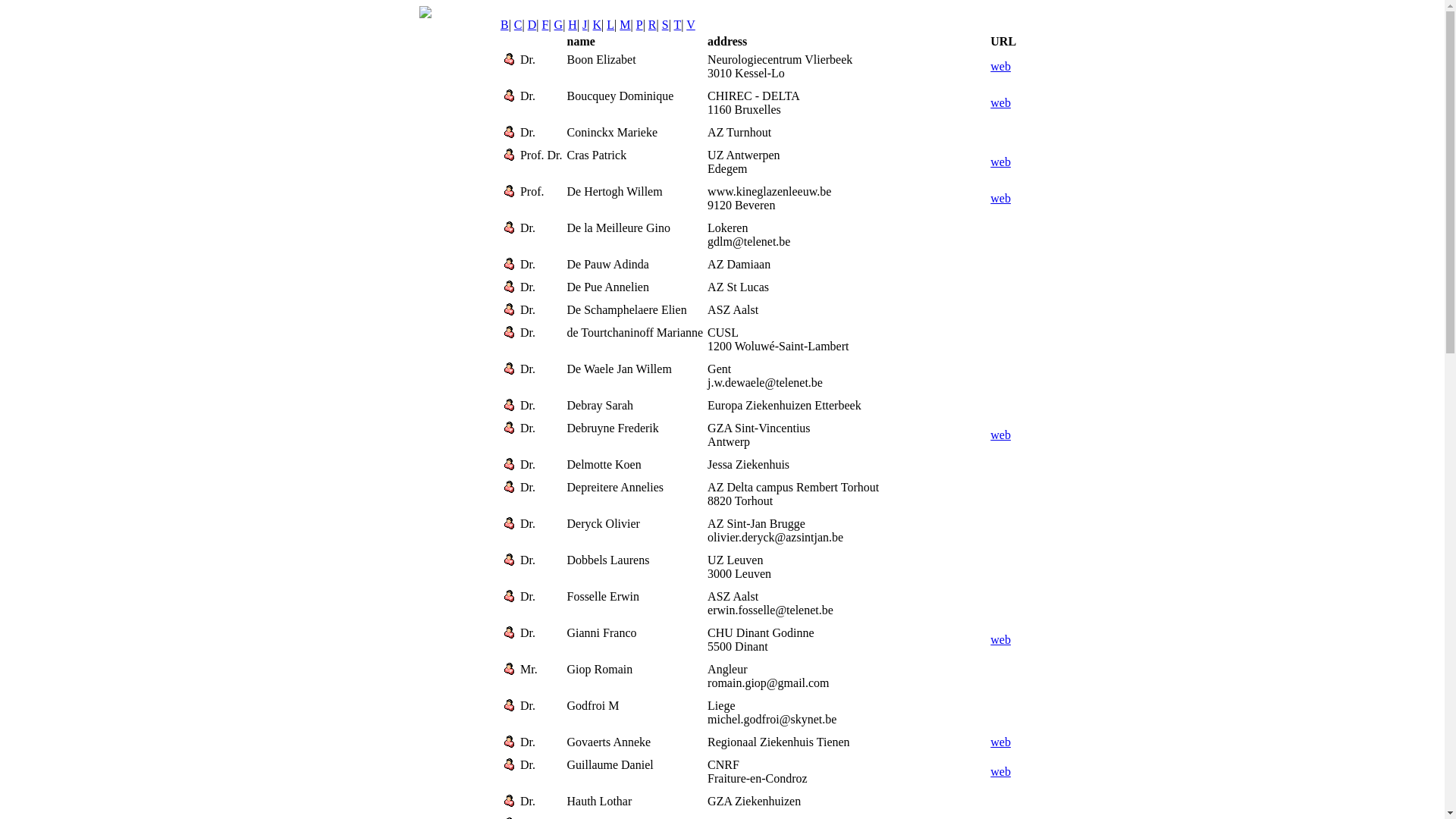 The width and height of the screenshot is (1456, 819). I want to click on 'web', so click(1000, 639).